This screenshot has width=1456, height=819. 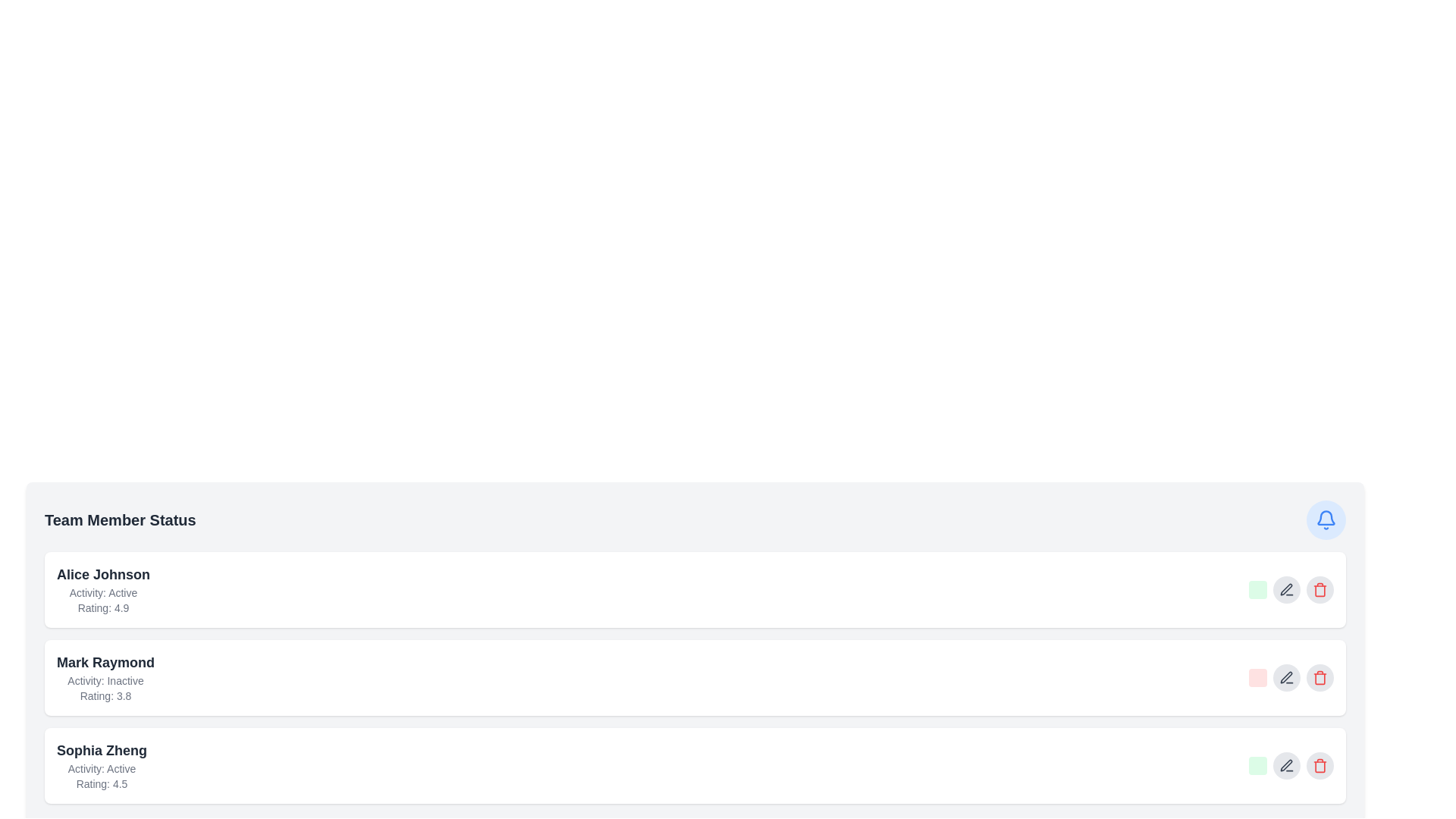 What do you see at coordinates (1319, 766) in the screenshot?
I see `the red trash icon button located on the far right side of the third row under 'Team Member Status' next to 'Sophia Zheng'` at bounding box center [1319, 766].